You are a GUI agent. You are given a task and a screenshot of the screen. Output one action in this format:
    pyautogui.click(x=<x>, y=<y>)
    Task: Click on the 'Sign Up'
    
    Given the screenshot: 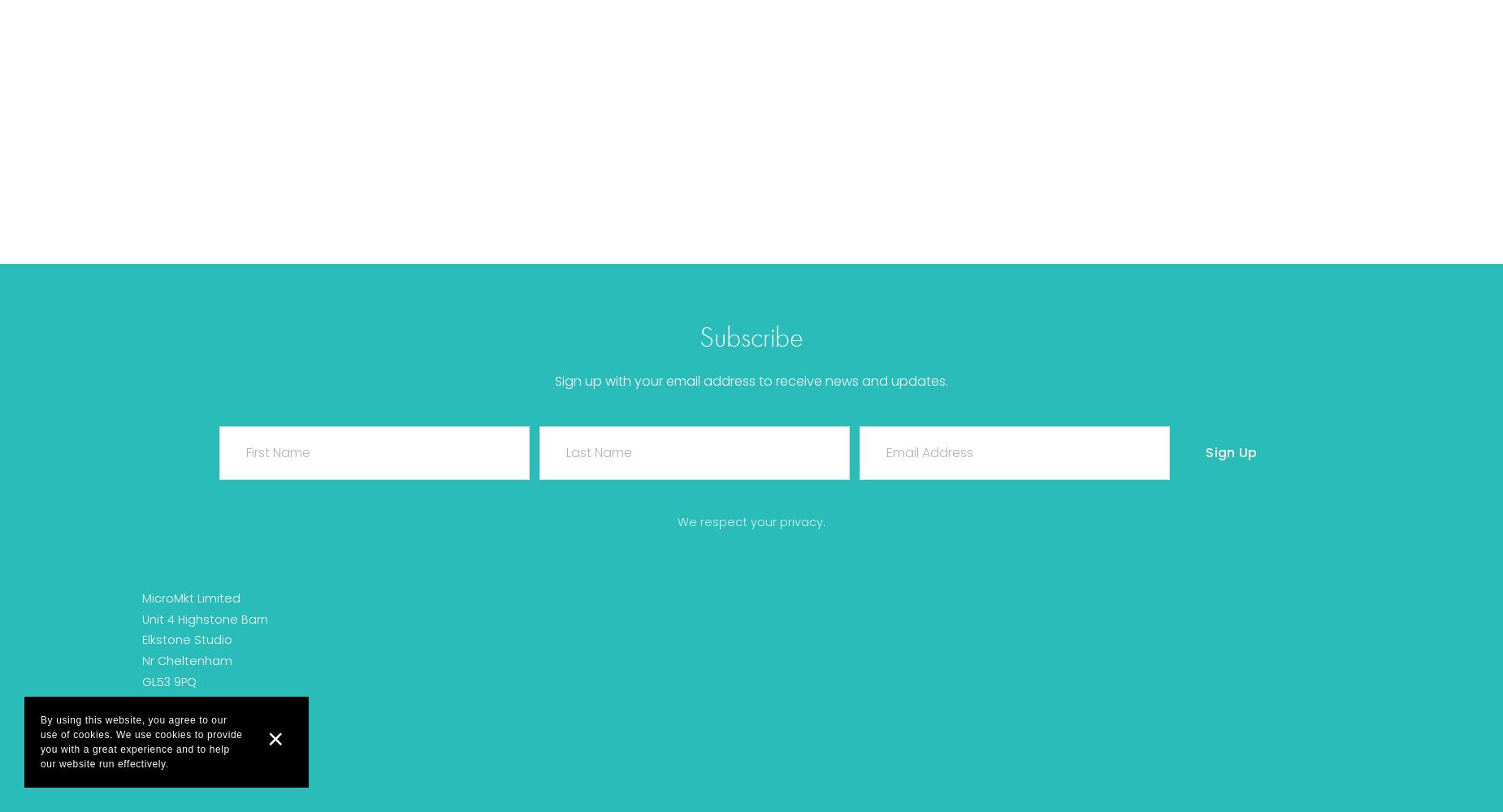 What is the action you would take?
    pyautogui.click(x=1231, y=452)
    